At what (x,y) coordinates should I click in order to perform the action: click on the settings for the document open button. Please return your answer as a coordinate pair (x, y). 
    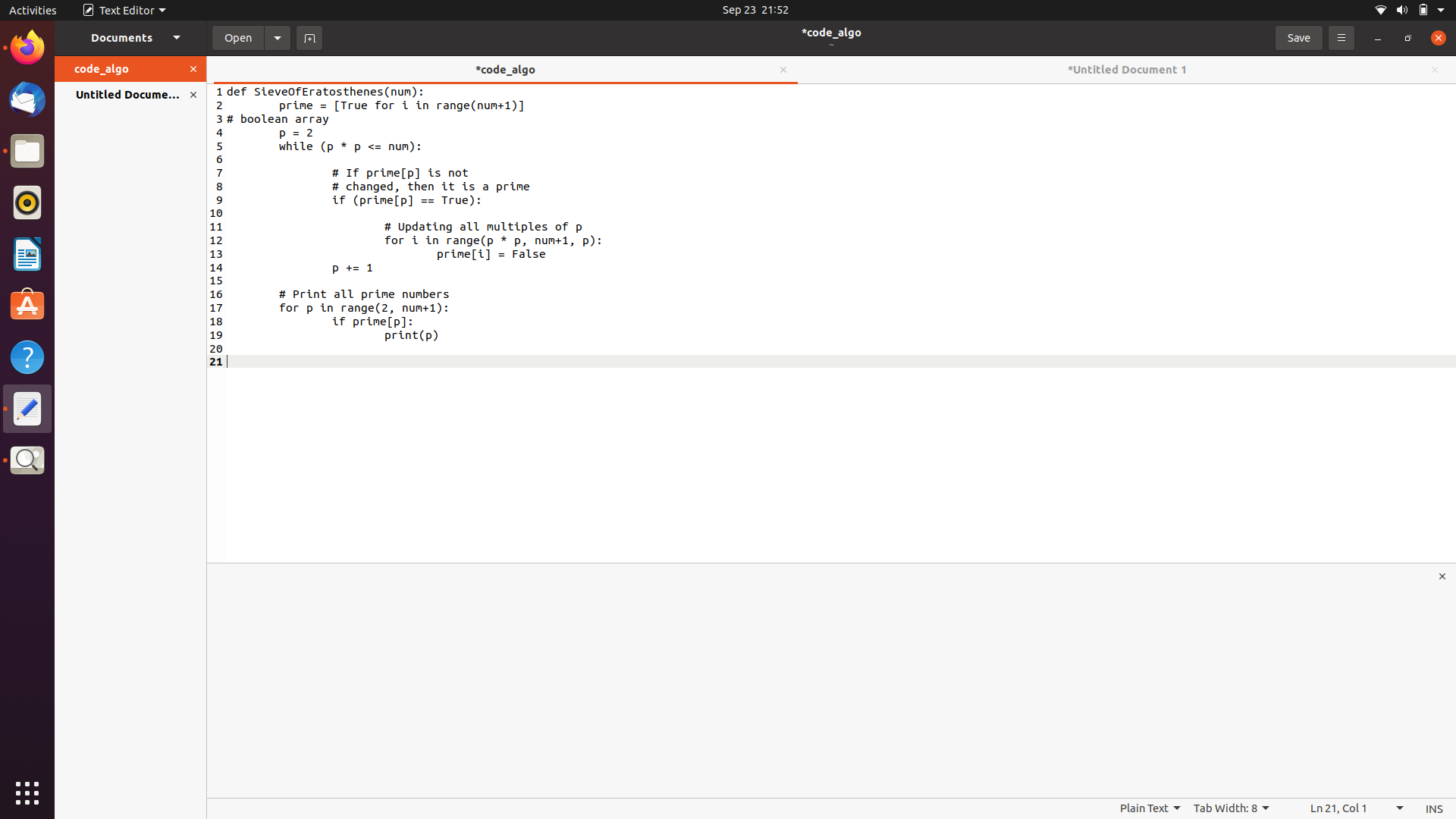
    Looking at the image, I should click on (278, 36).